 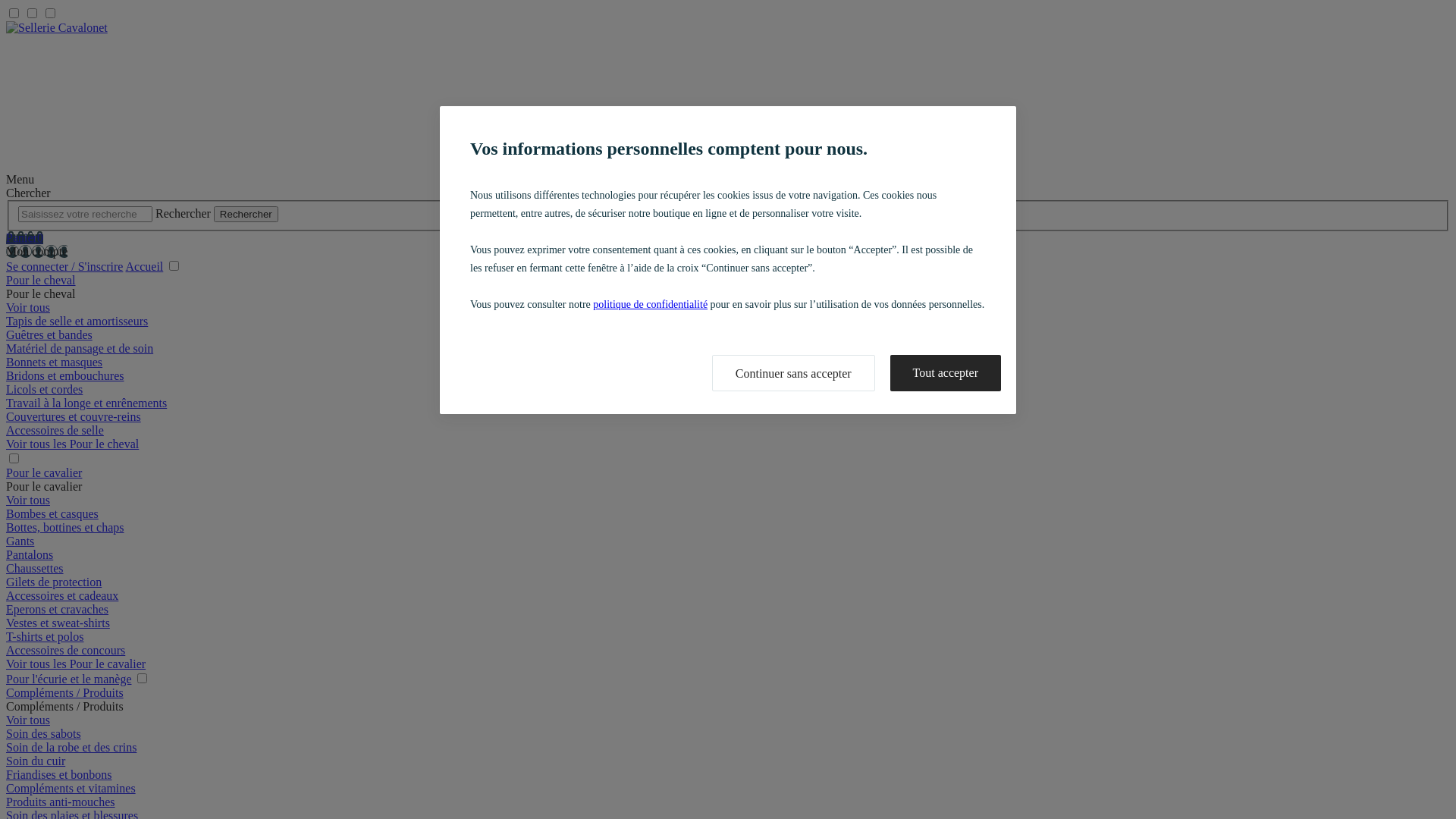 I want to click on 'Gilets de protection', so click(x=54, y=581).